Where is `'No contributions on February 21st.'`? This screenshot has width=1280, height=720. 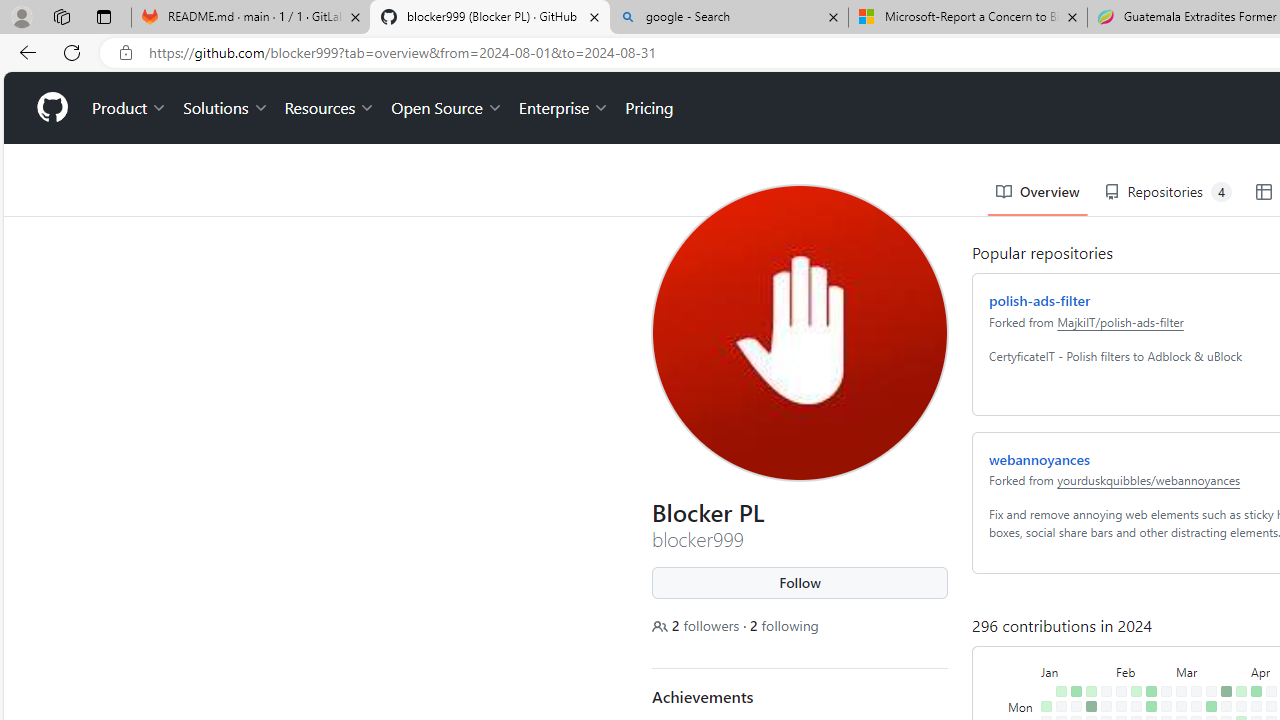
'No contributions on February 21st.' is located at coordinates (1147, 664).